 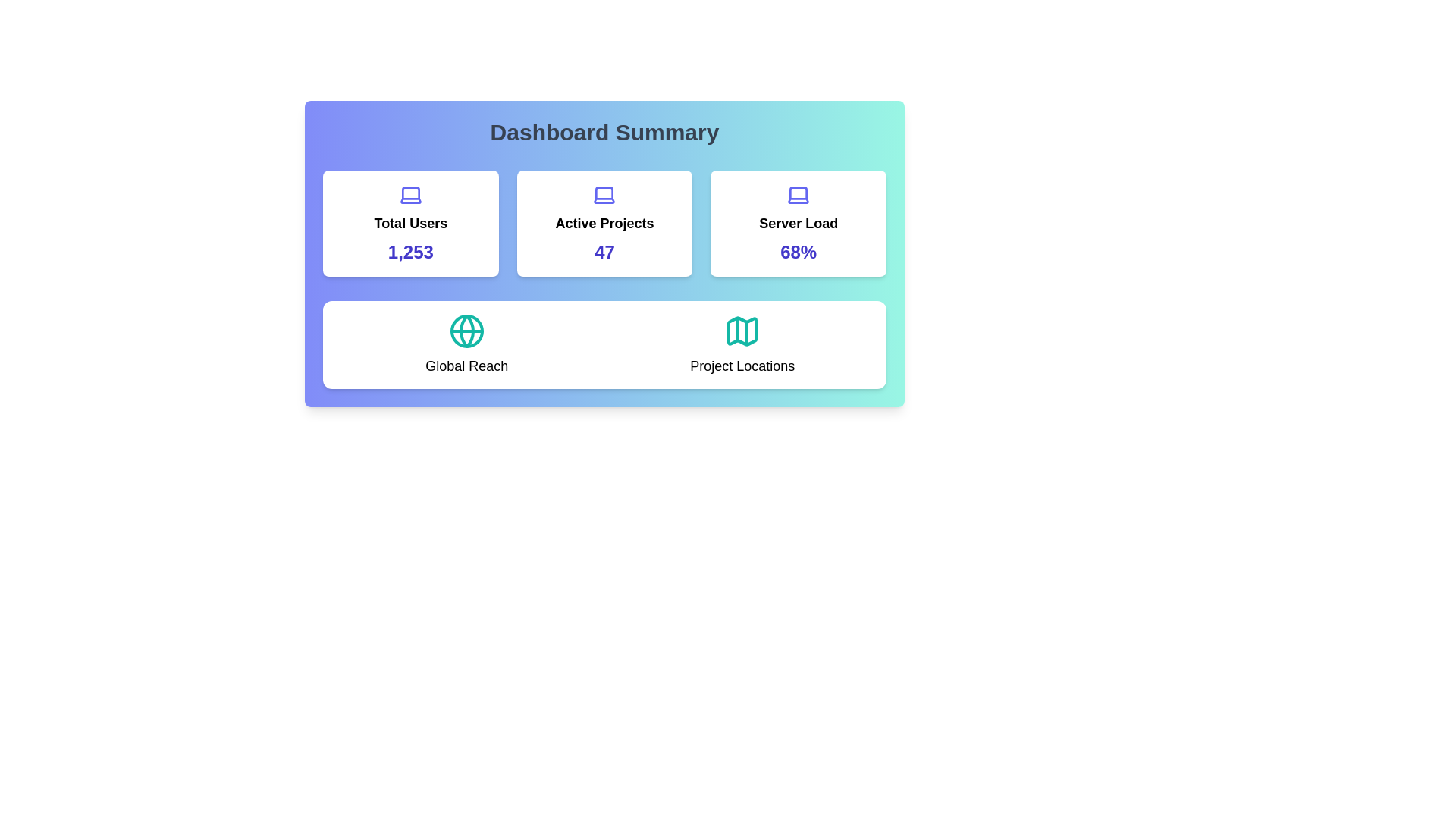 What do you see at coordinates (604, 194) in the screenshot?
I see `the icon representing the 'Active Projects' category in the dashboard, located in the center of the first row above the text '47'` at bounding box center [604, 194].